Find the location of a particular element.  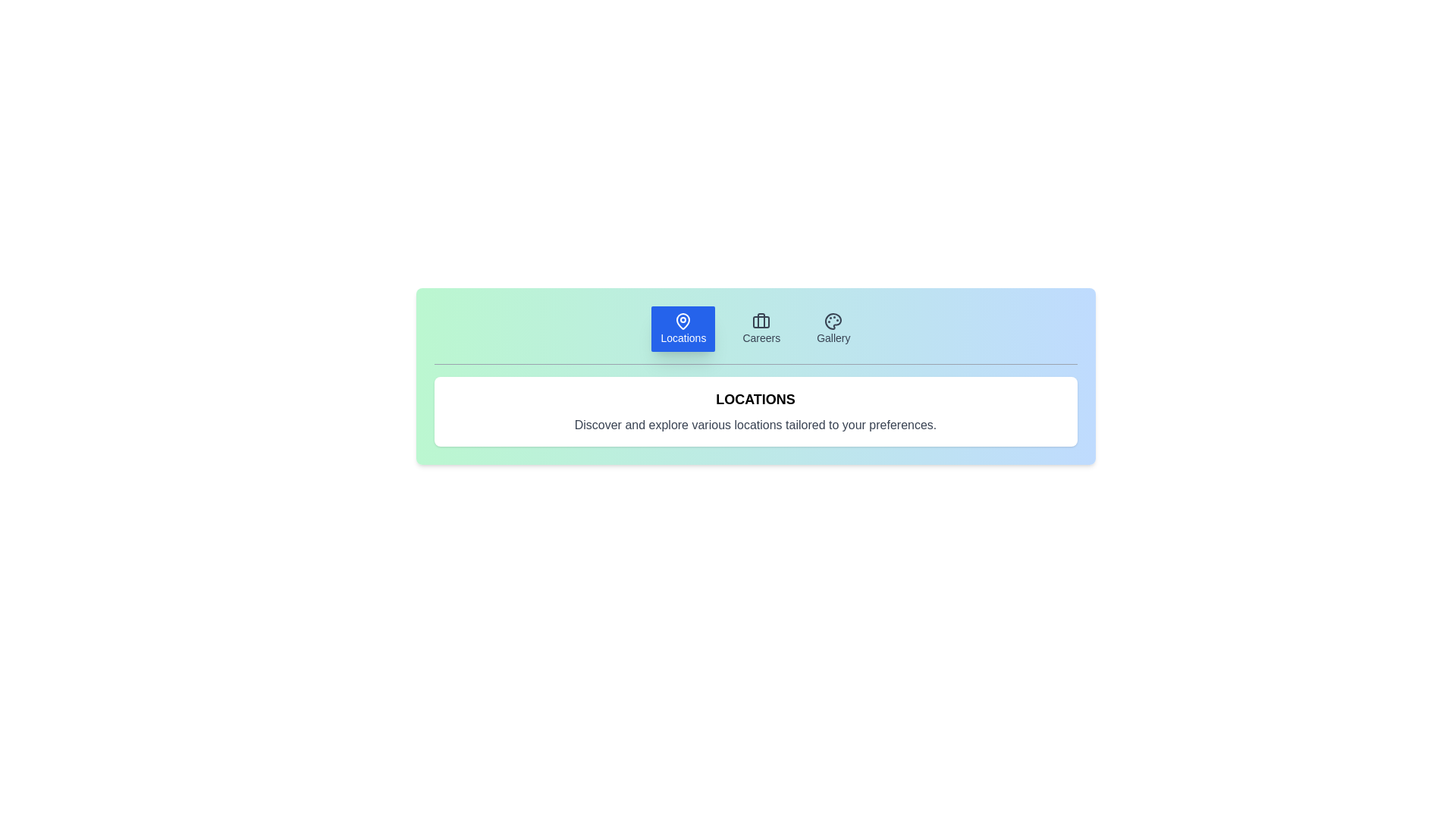

the tab labeled Gallery to inspect its content is located at coordinates (833, 328).